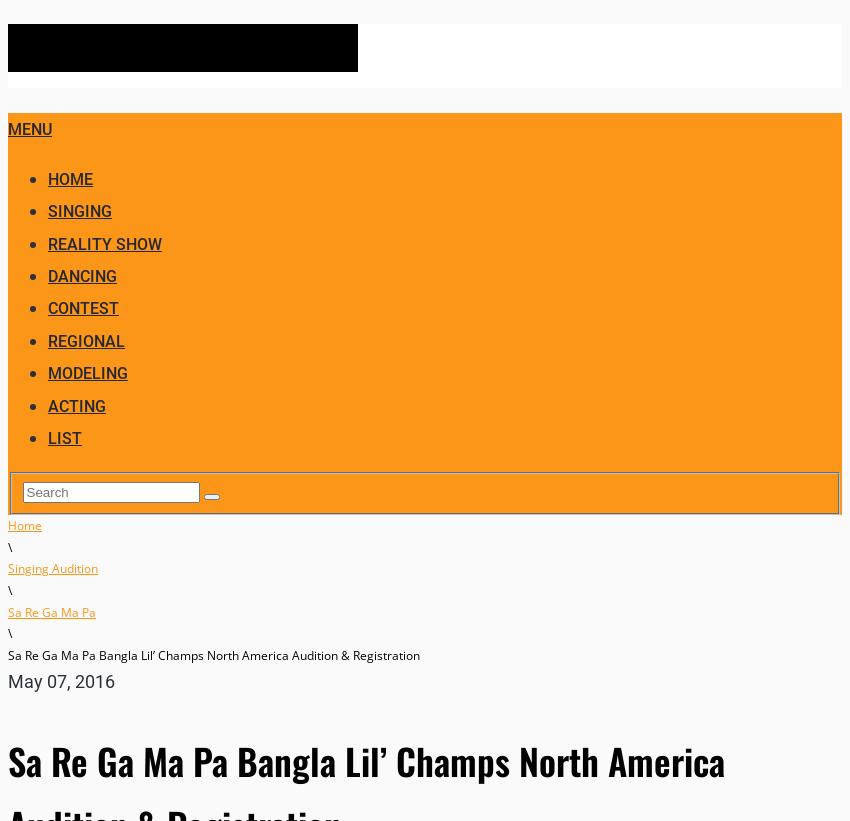 The width and height of the screenshot is (850, 821). What do you see at coordinates (6, 567) in the screenshot?
I see `'Singing Audition'` at bounding box center [6, 567].